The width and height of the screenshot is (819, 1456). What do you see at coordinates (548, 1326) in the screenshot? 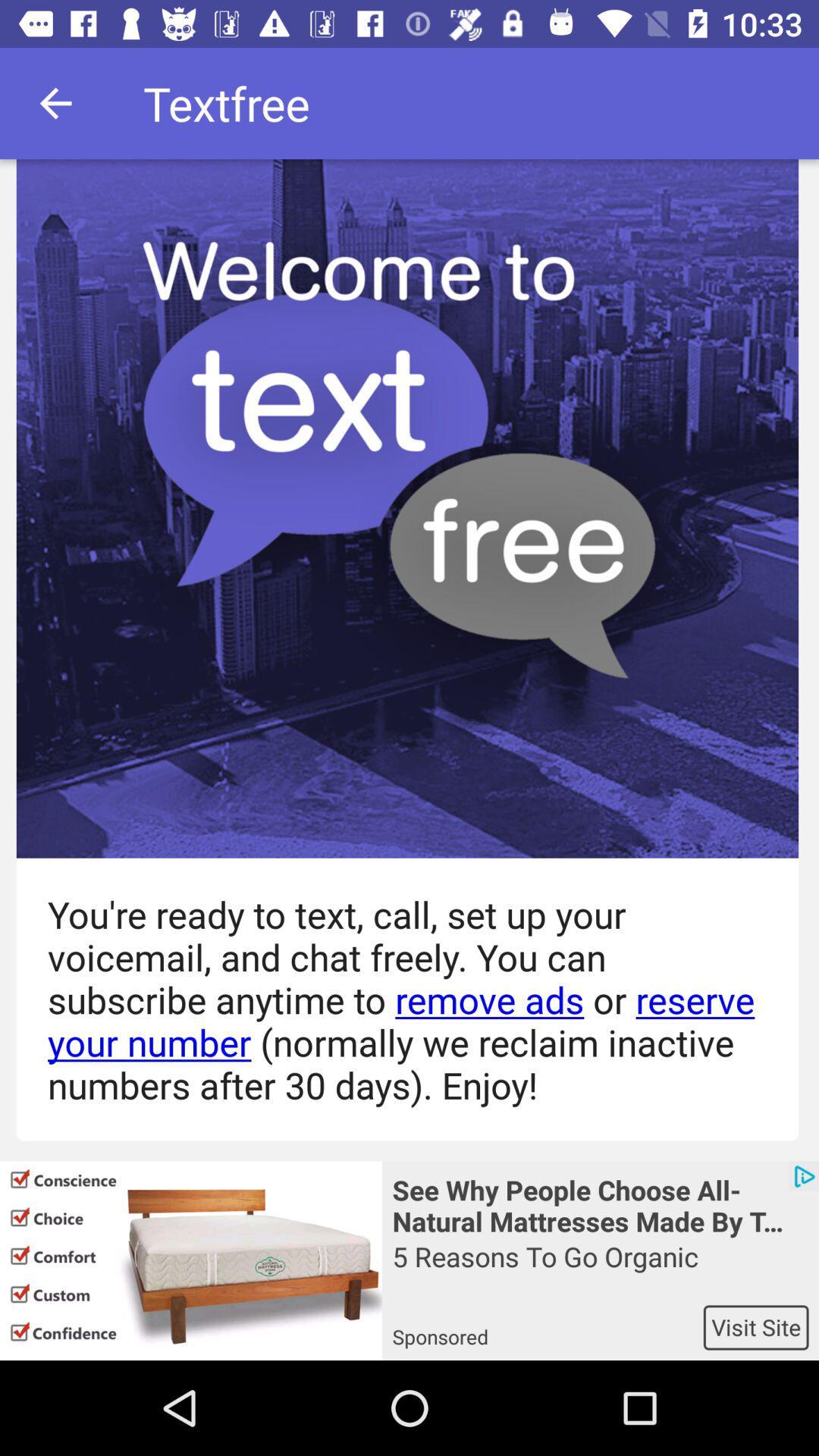
I see `sponsored app` at bounding box center [548, 1326].